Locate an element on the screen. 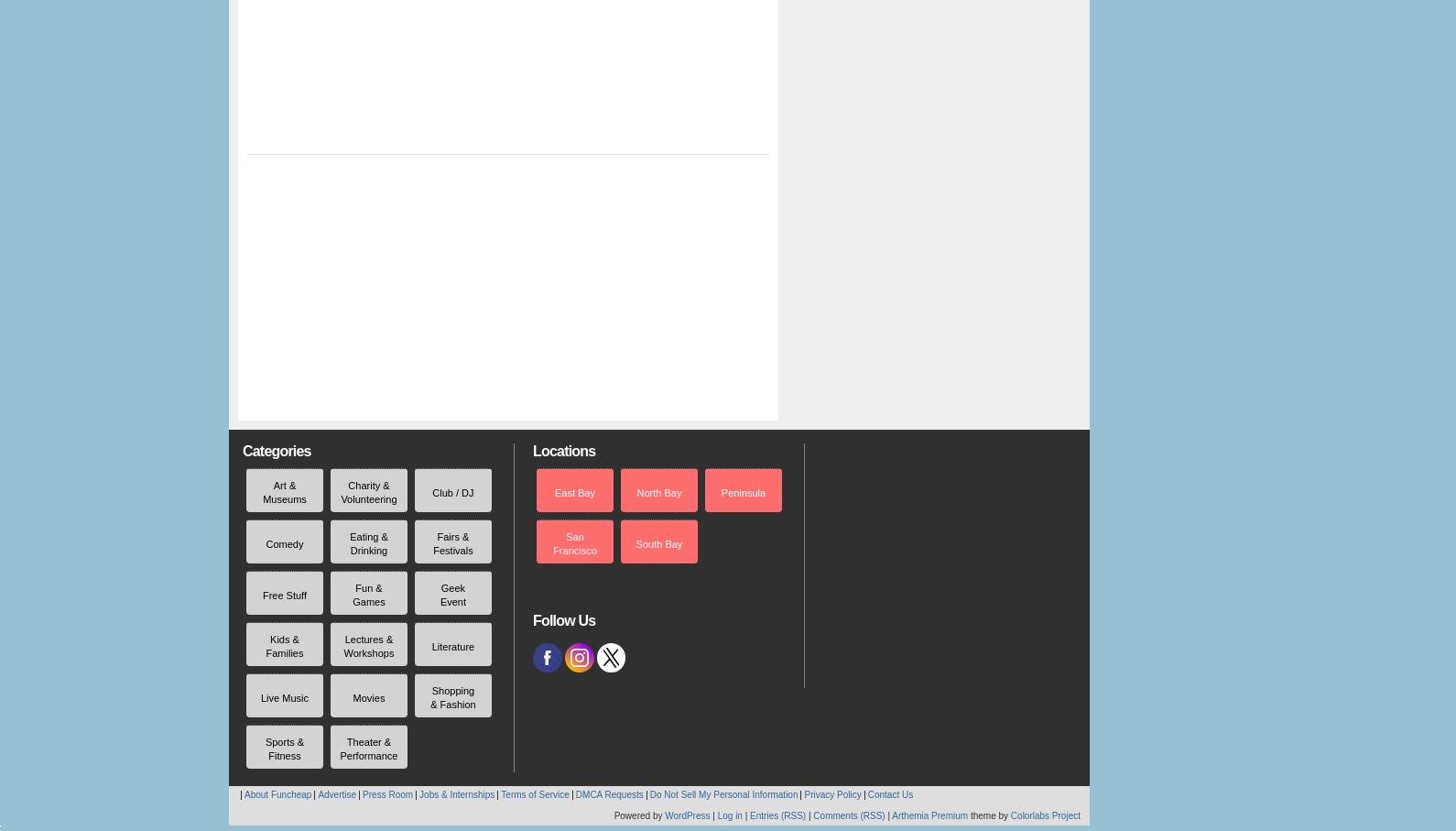  'Terms of Service' is located at coordinates (535, 794).